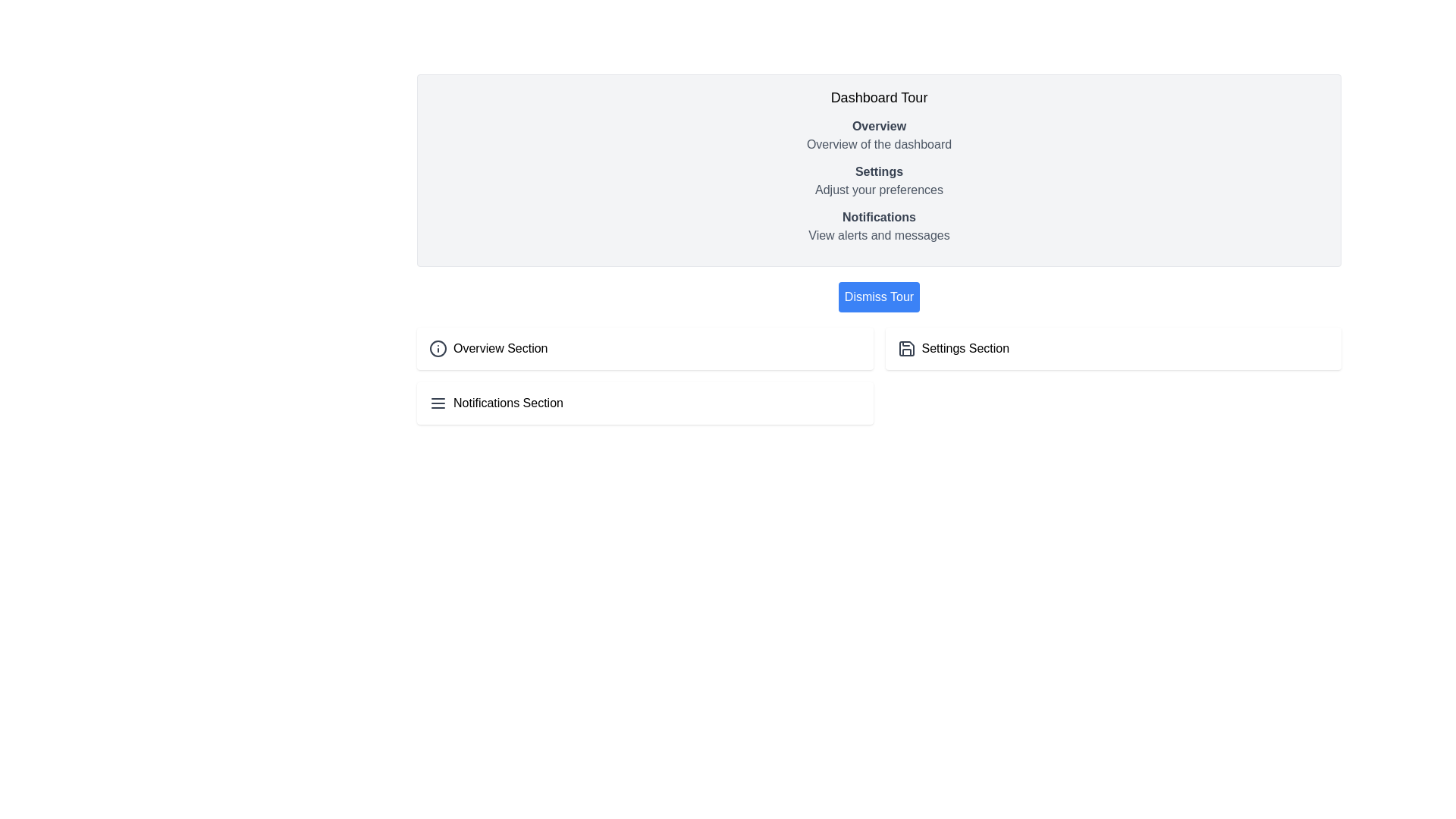 This screenshot has height=819, width=1456. What do you see at coordinates (879, 145) in the screenshot?
I see `the text label that reads 'Overview of the dashboard', which is styled in gray color (#gray-600) and located directly beneath the 'Overview' heading` at bounding box center [879, 145].